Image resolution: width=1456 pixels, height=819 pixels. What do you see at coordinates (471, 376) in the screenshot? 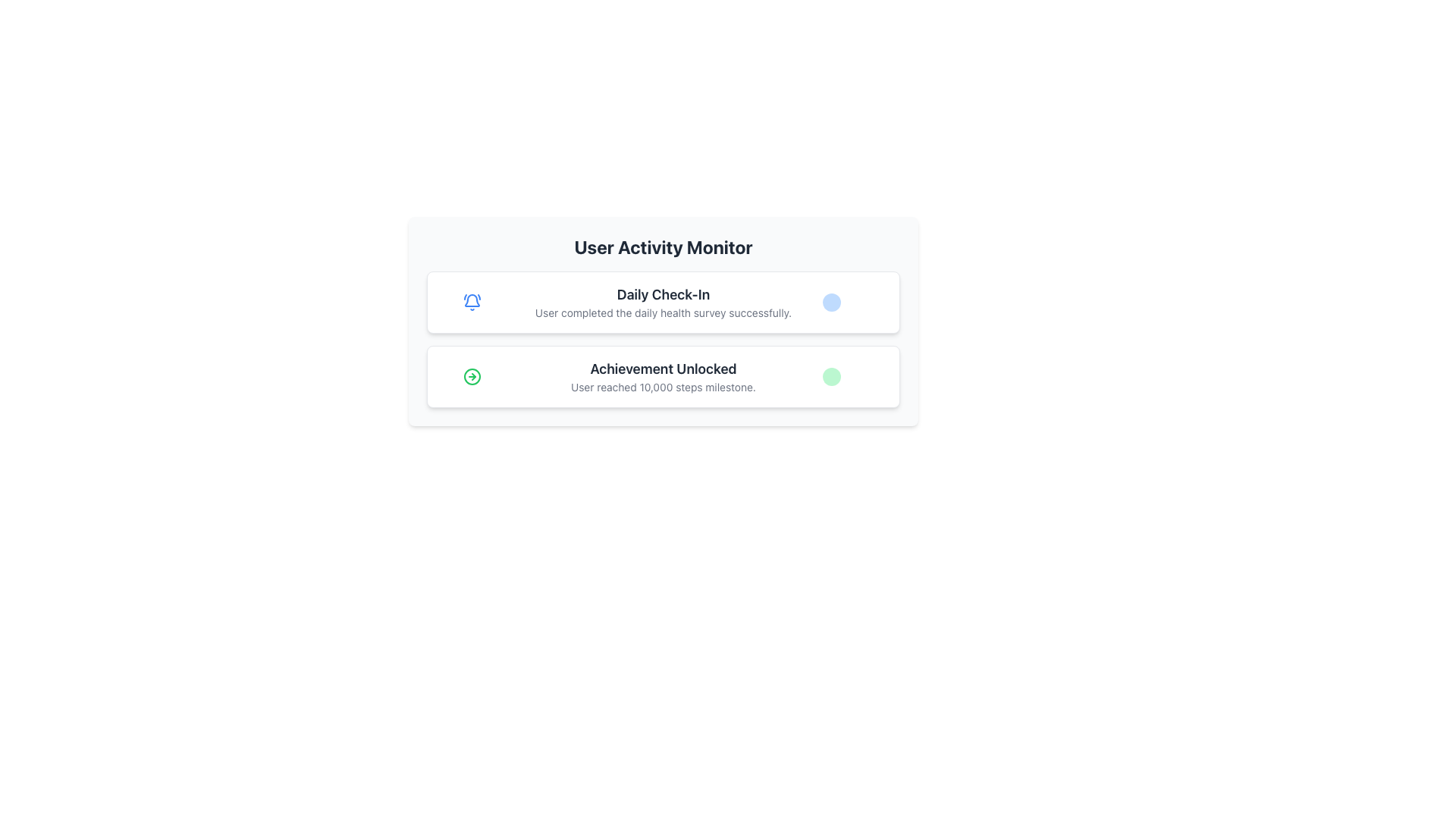
I see `the visual styling of the green circle icon with a right-pointing arrow, which is the second icon in the second card of the 'User Activity Monitor' section, next to the 'Achievement Unlocked' label` at bounding box center [471, 376].